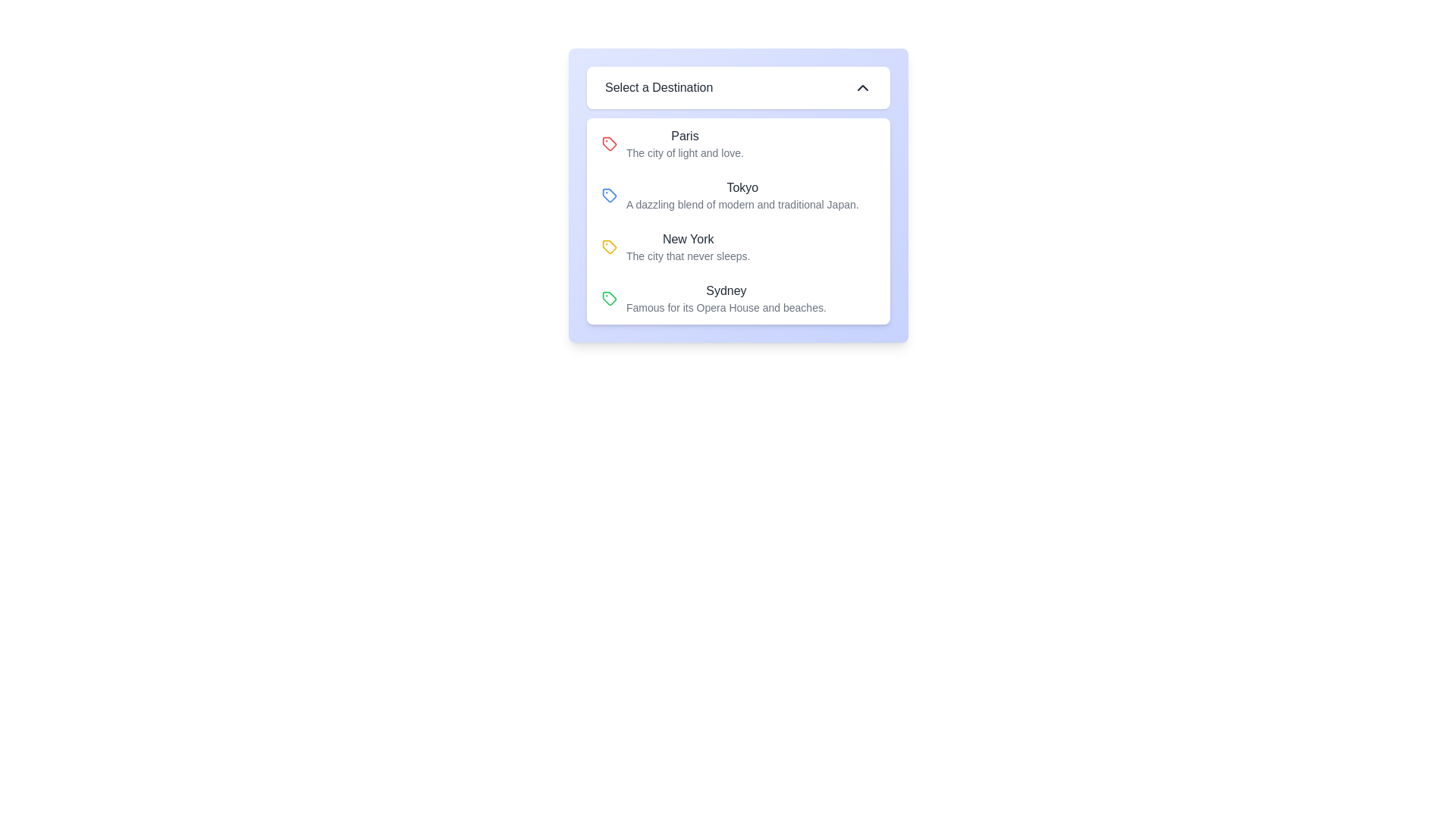  What do you see at coordinates (725, 298) in the screenshot?
I see `the text label displaying 'Sydney' with a secondary line about its Opera House and beaches, which is the fourth item in a vertical list of destinations within a dropdown selection` at bounding box center [725, 298].